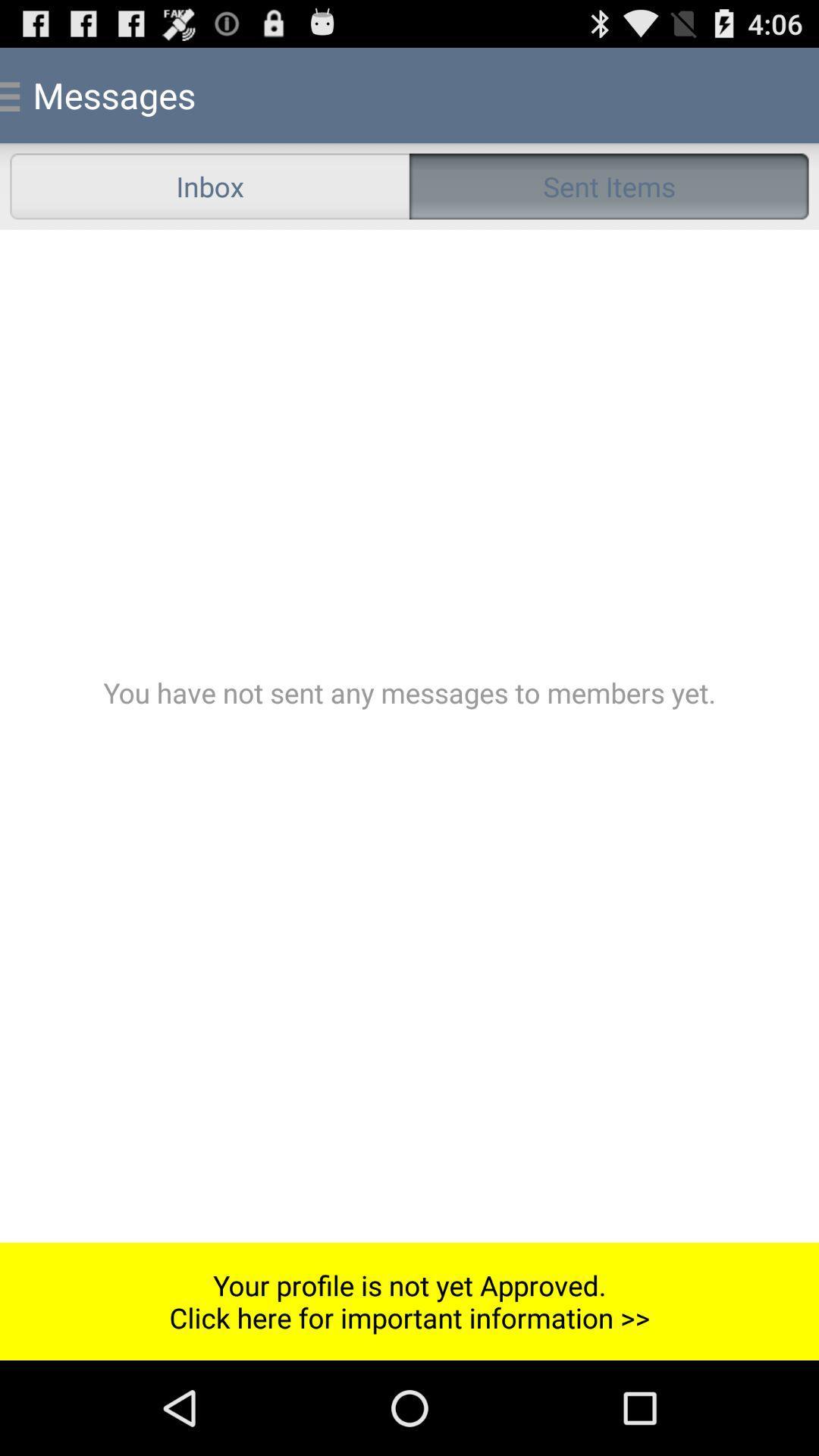 This screenshot has width=819, height=1456. What do you see at coordinates (409, 736) in the screenshot?
I see `the icon above your profile is button` at bounding box center [409, 736].